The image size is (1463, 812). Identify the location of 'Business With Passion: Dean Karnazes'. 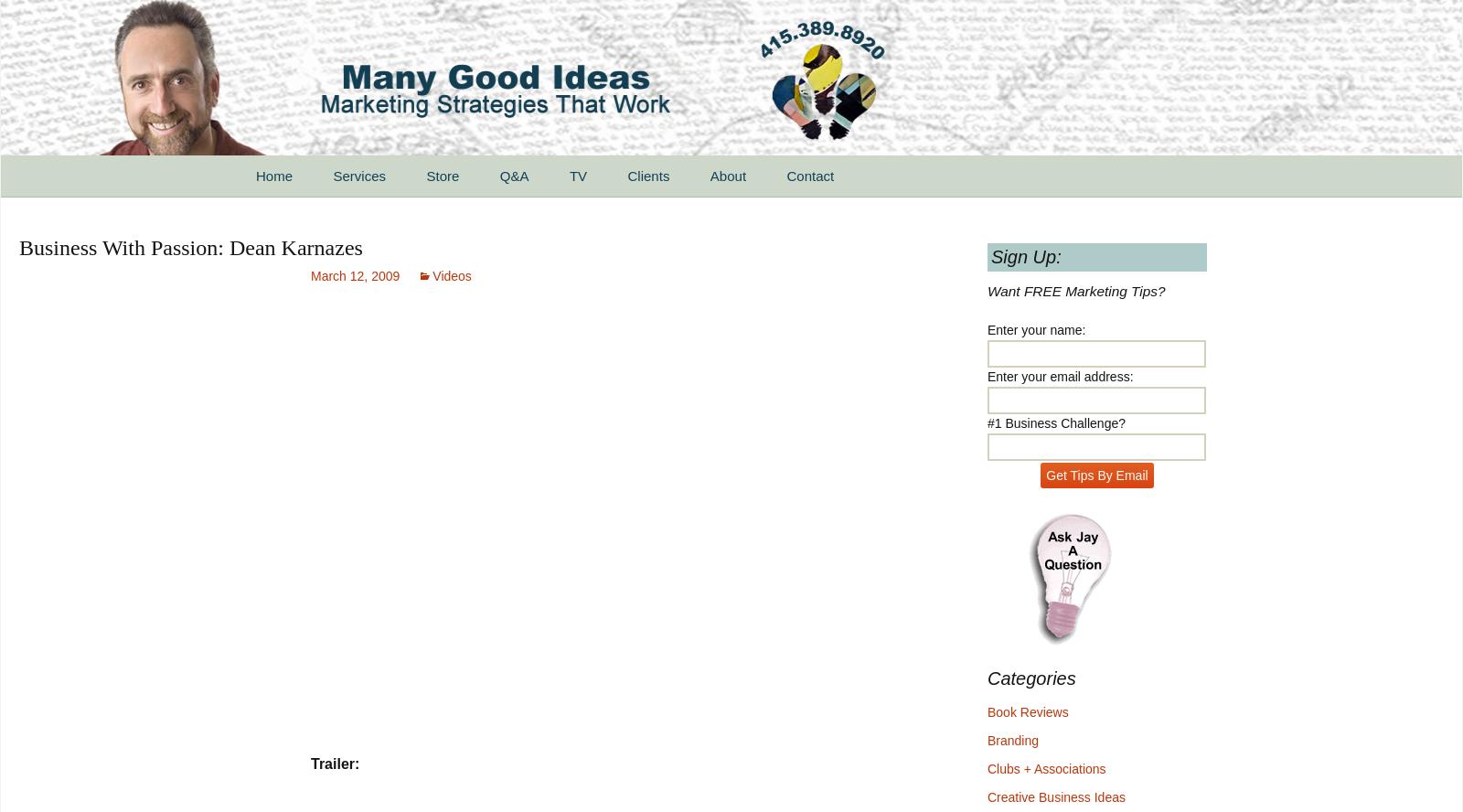
(190, 248).